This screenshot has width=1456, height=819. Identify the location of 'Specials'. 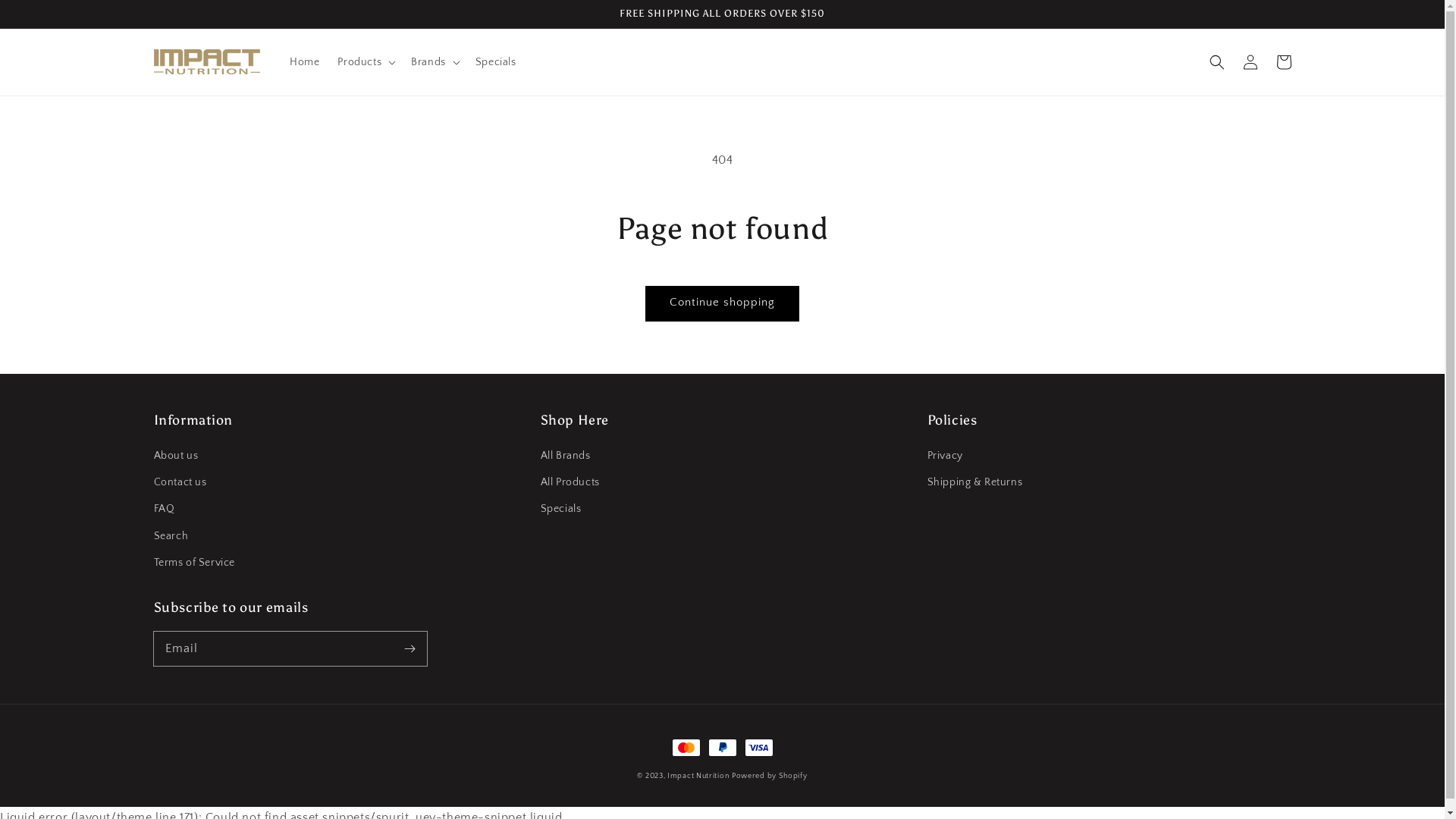
(560, 509).